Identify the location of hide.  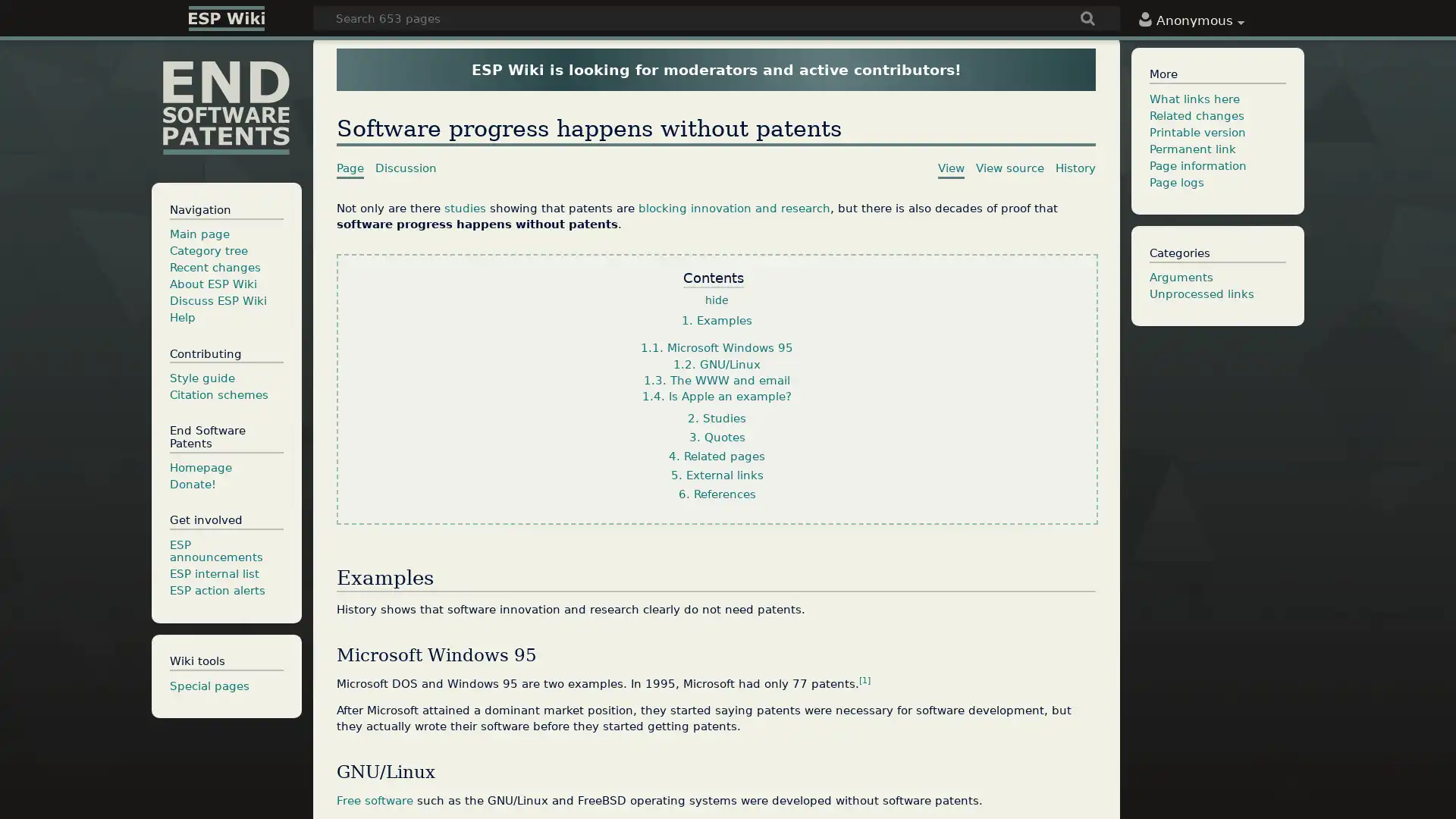
(716, 300).